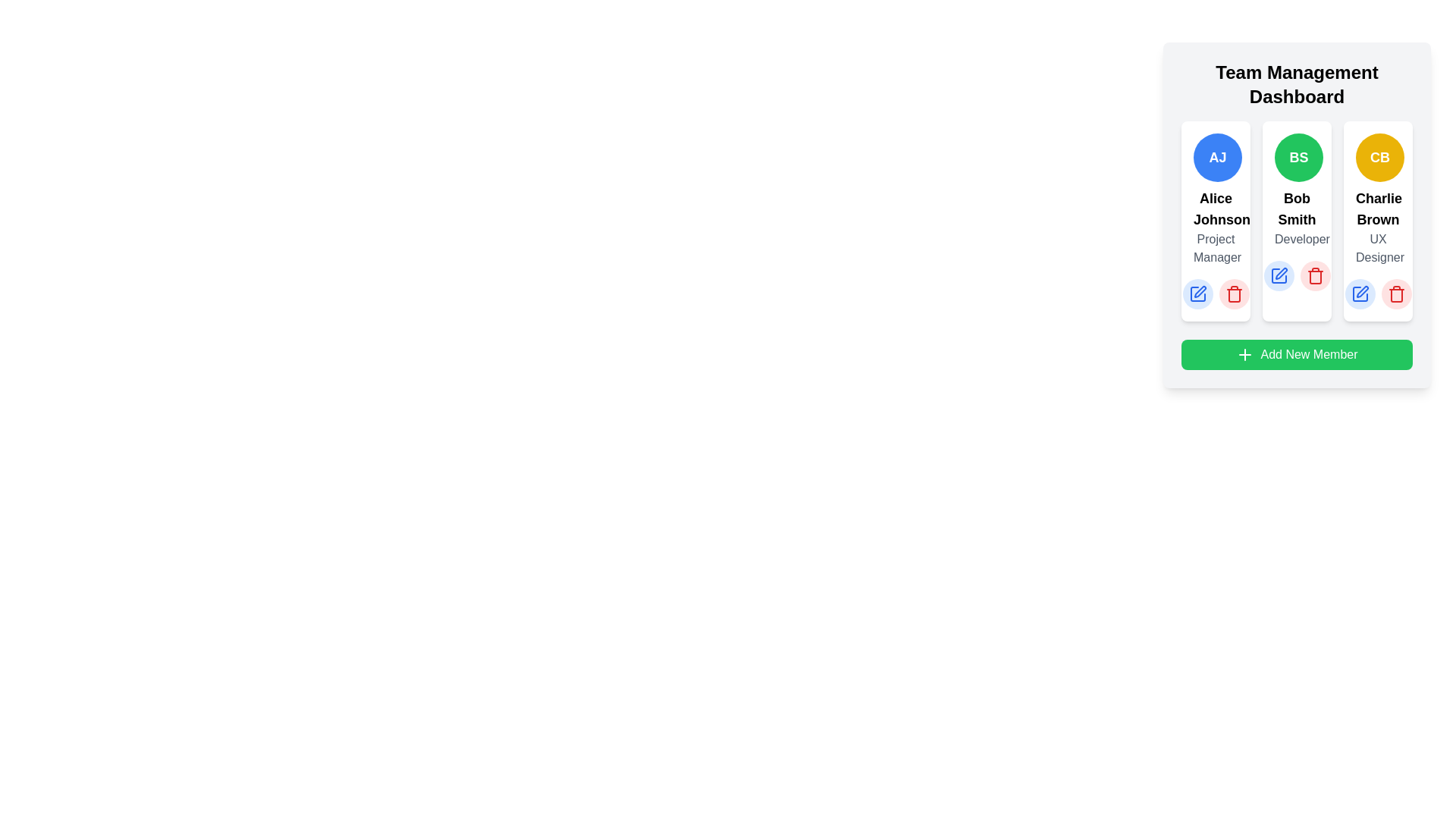 The height and width of the screenshot is (819, 1456). Describe the element at coordinates (1218, 158) in the screenshot. I see `the displayed initials 'AJ' in the circular profile avatar with a blue background, positioned at the top of the user information card` at that location.